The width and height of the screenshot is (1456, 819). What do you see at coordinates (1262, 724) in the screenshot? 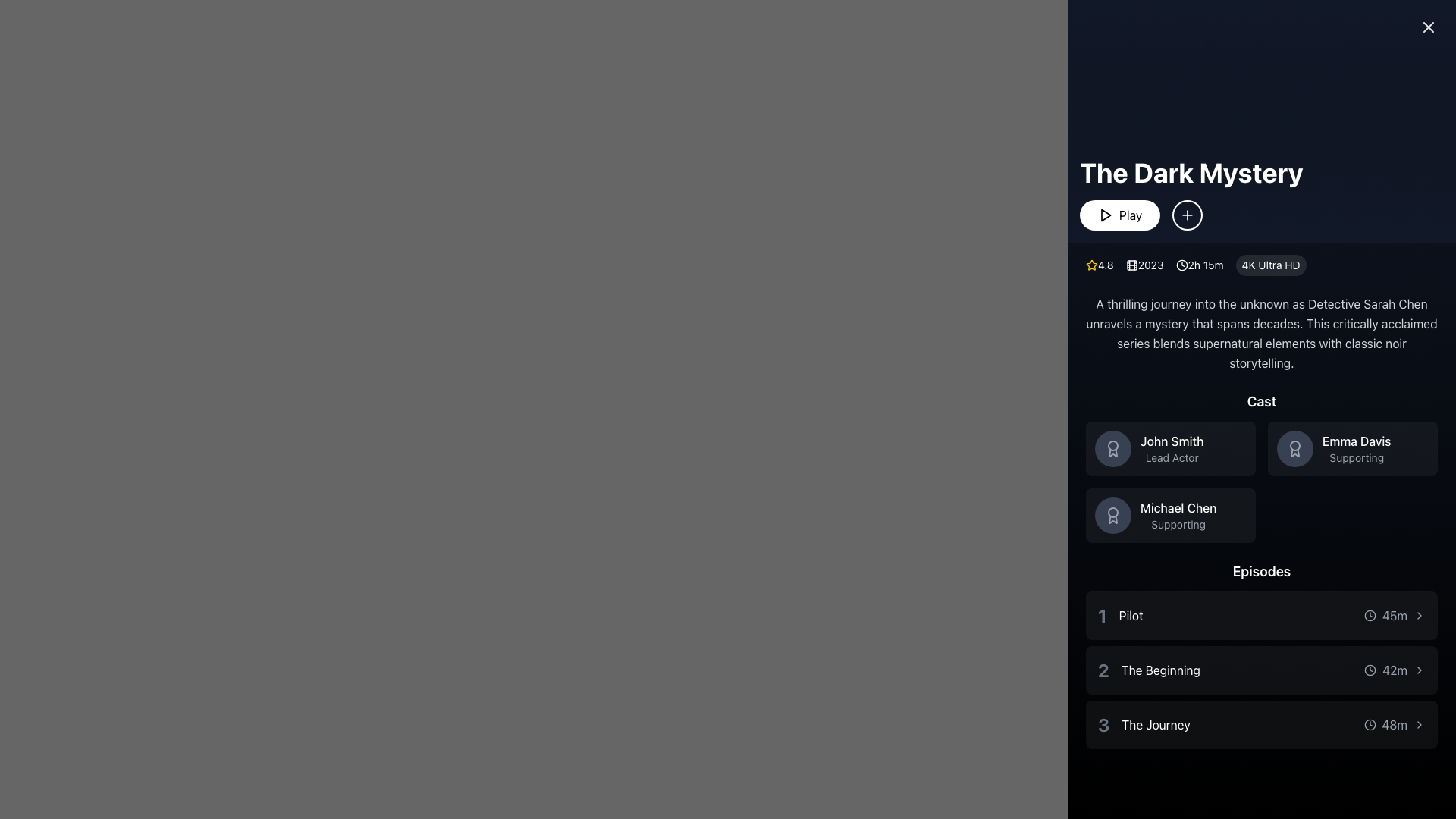
I see `the third Interactive List Item in the Episodes section, which displays details for the episode 'The Journey'` at bounding box center [1262, 724].